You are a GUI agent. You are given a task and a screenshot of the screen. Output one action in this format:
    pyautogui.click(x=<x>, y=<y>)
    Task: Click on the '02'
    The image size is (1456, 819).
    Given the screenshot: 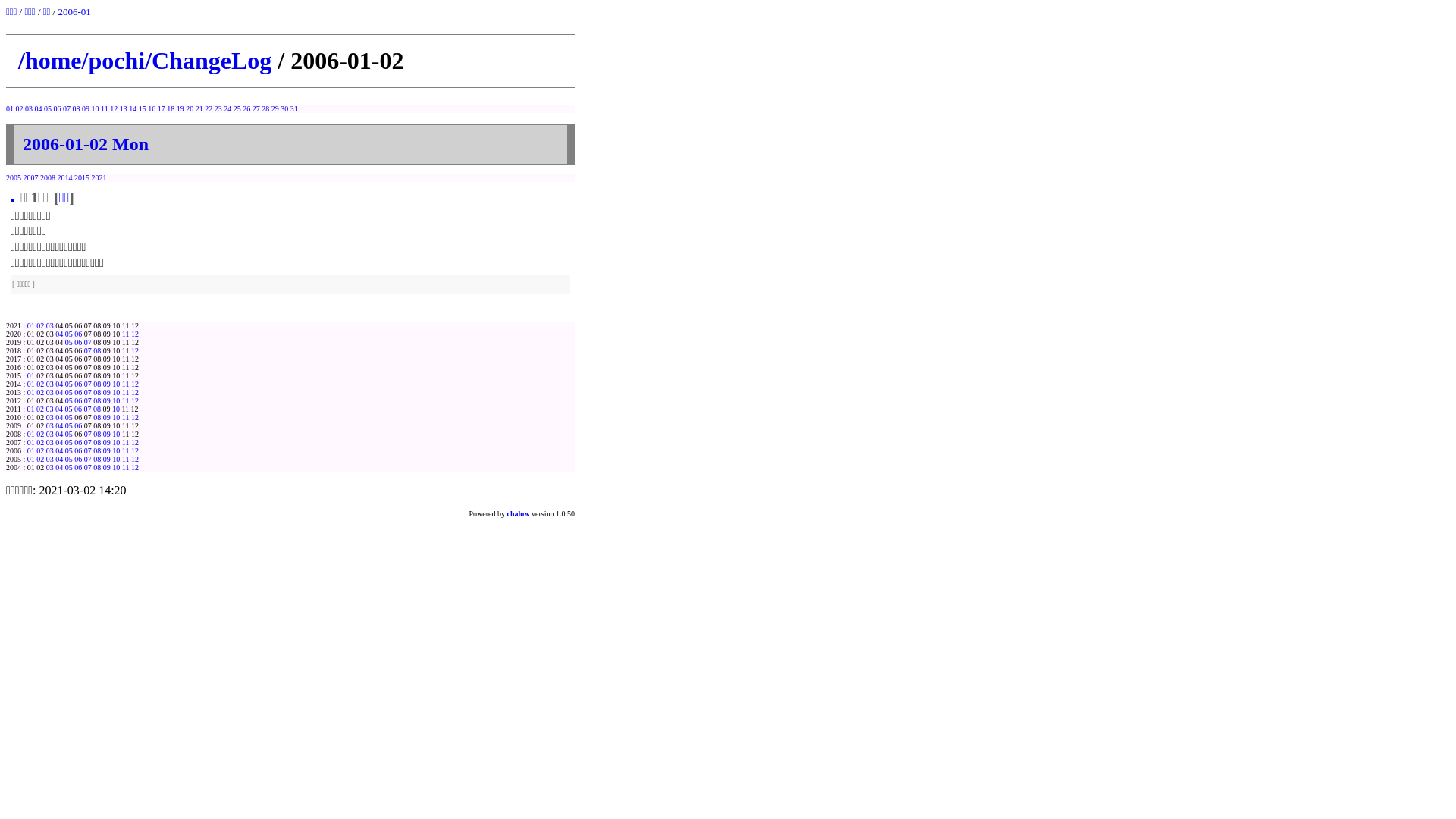 What is the action you would take?
    pyautogui.click(x=39, y=458)
    